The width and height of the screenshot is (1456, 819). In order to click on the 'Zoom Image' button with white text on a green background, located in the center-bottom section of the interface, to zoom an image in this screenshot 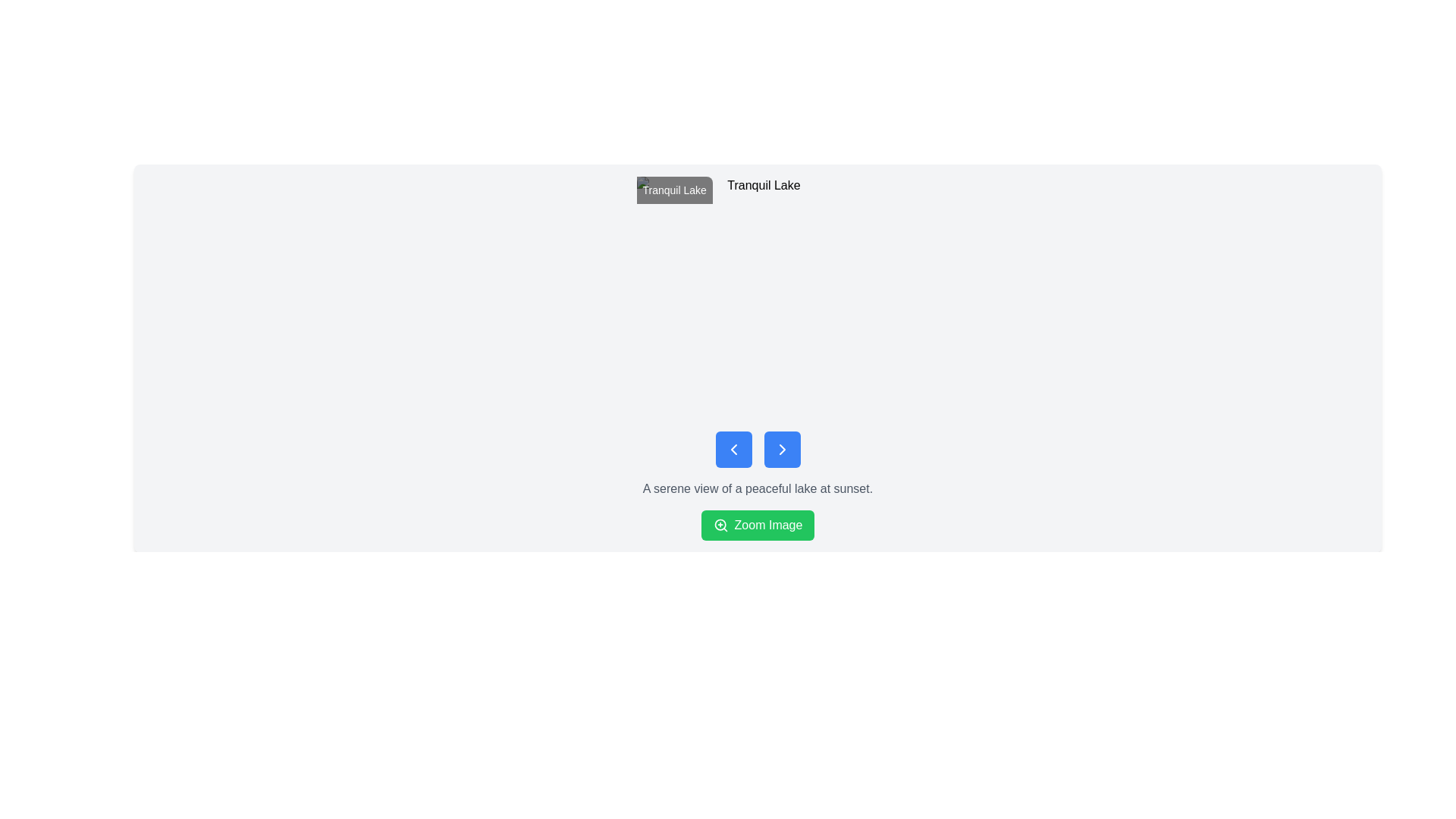, I will do `click(768, 525)`.